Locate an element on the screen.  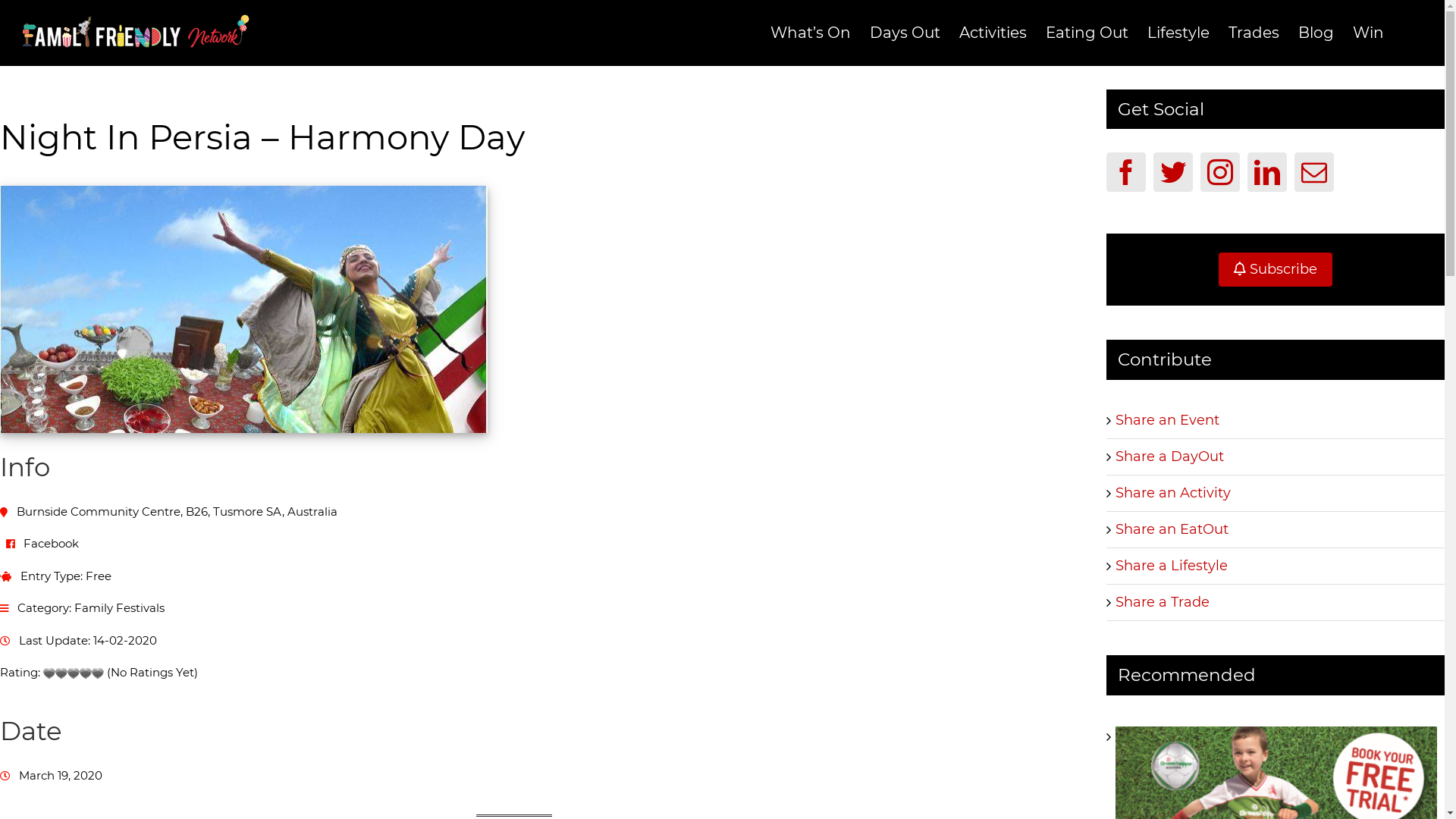
'Share an Activity' is located at coordinates (1172, 493).